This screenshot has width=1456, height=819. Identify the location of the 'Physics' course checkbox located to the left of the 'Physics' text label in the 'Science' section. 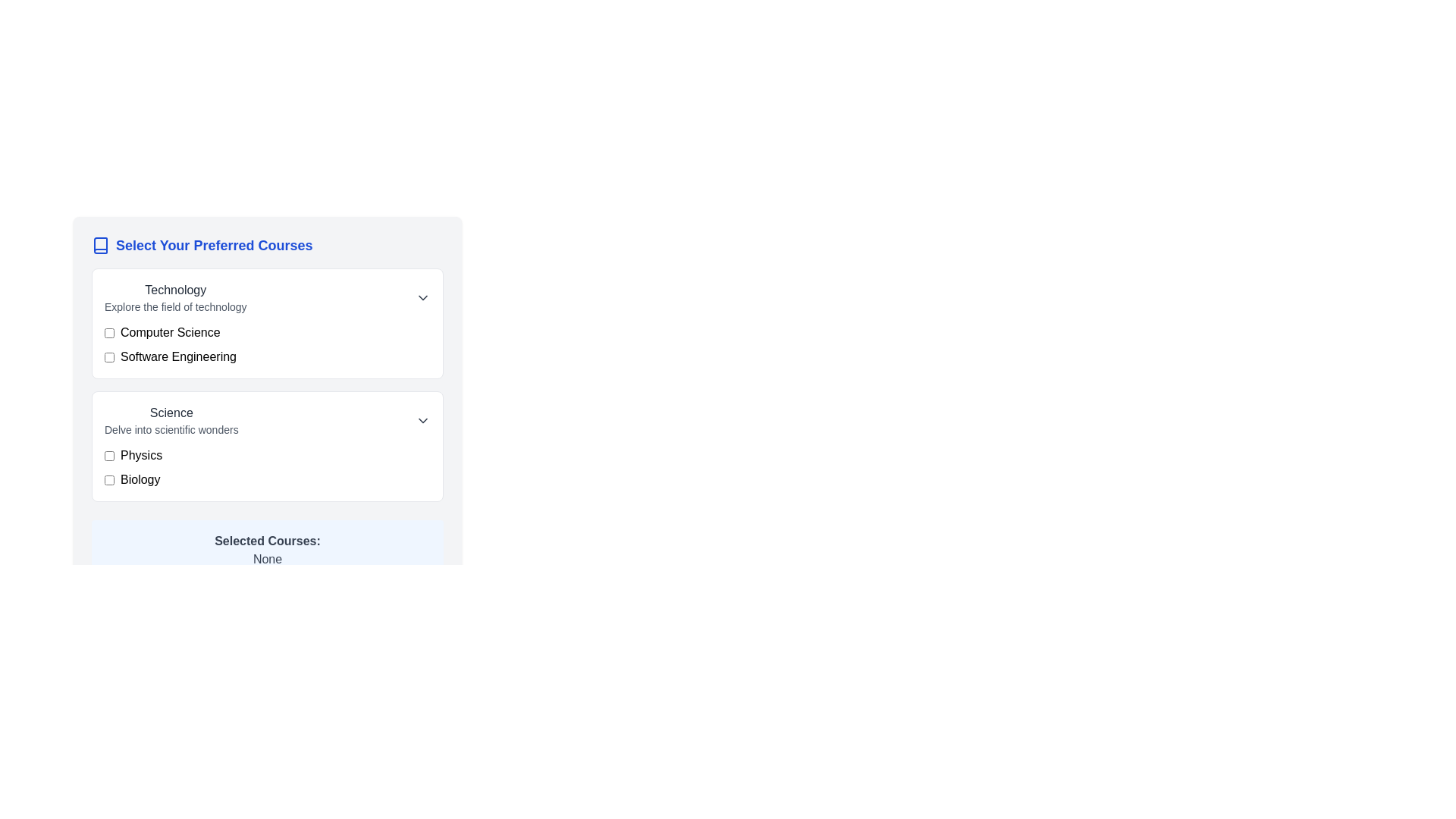
(108, 455).